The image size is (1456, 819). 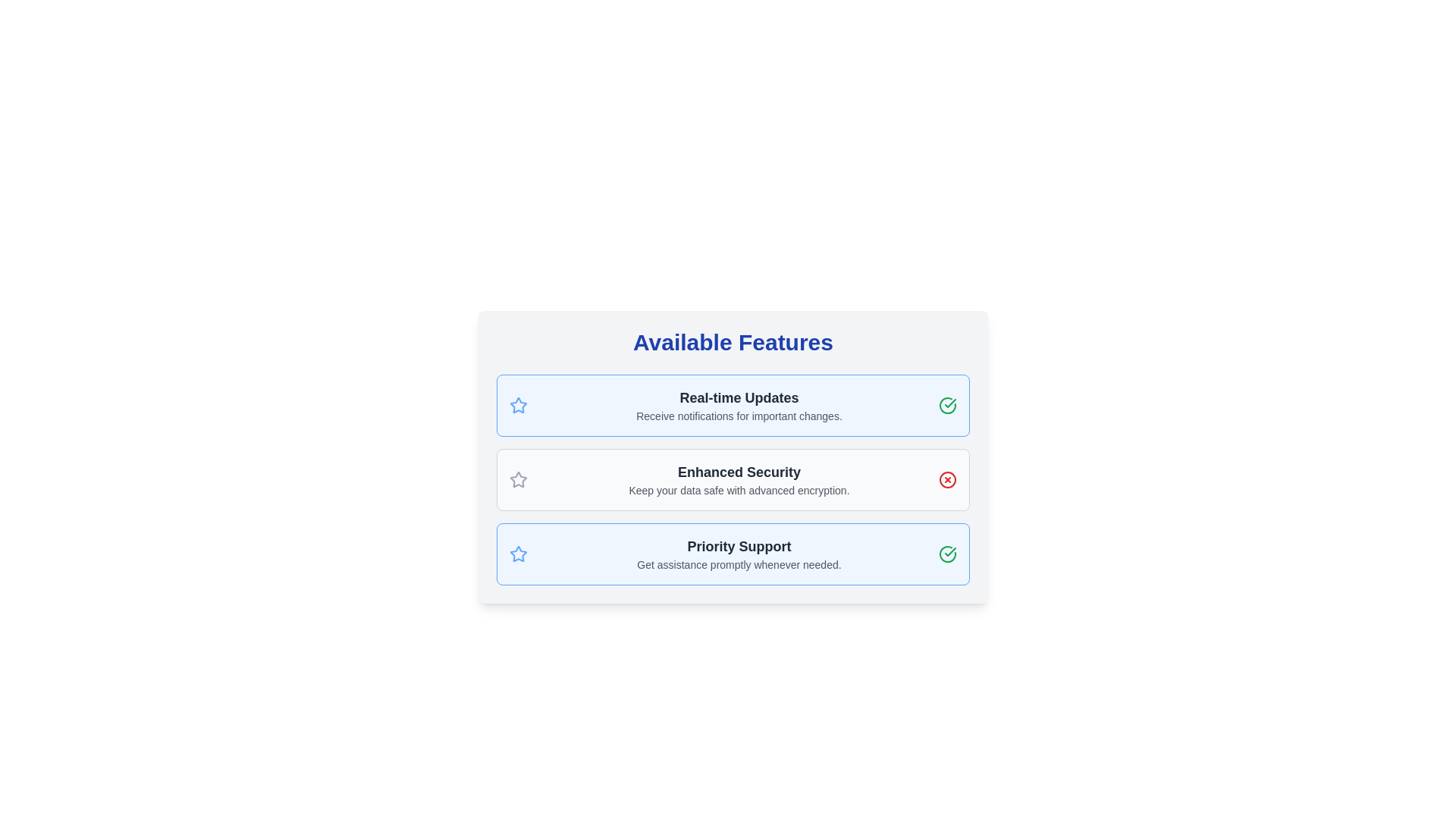 What do you see at coordinates (946, 405) in the screenshot?
I see `the green circular checkmark icon indicating a successful action, located on the right side of the 'Real-time Updates' row in the 'Available Features' section` at bounding box center [946, 405].